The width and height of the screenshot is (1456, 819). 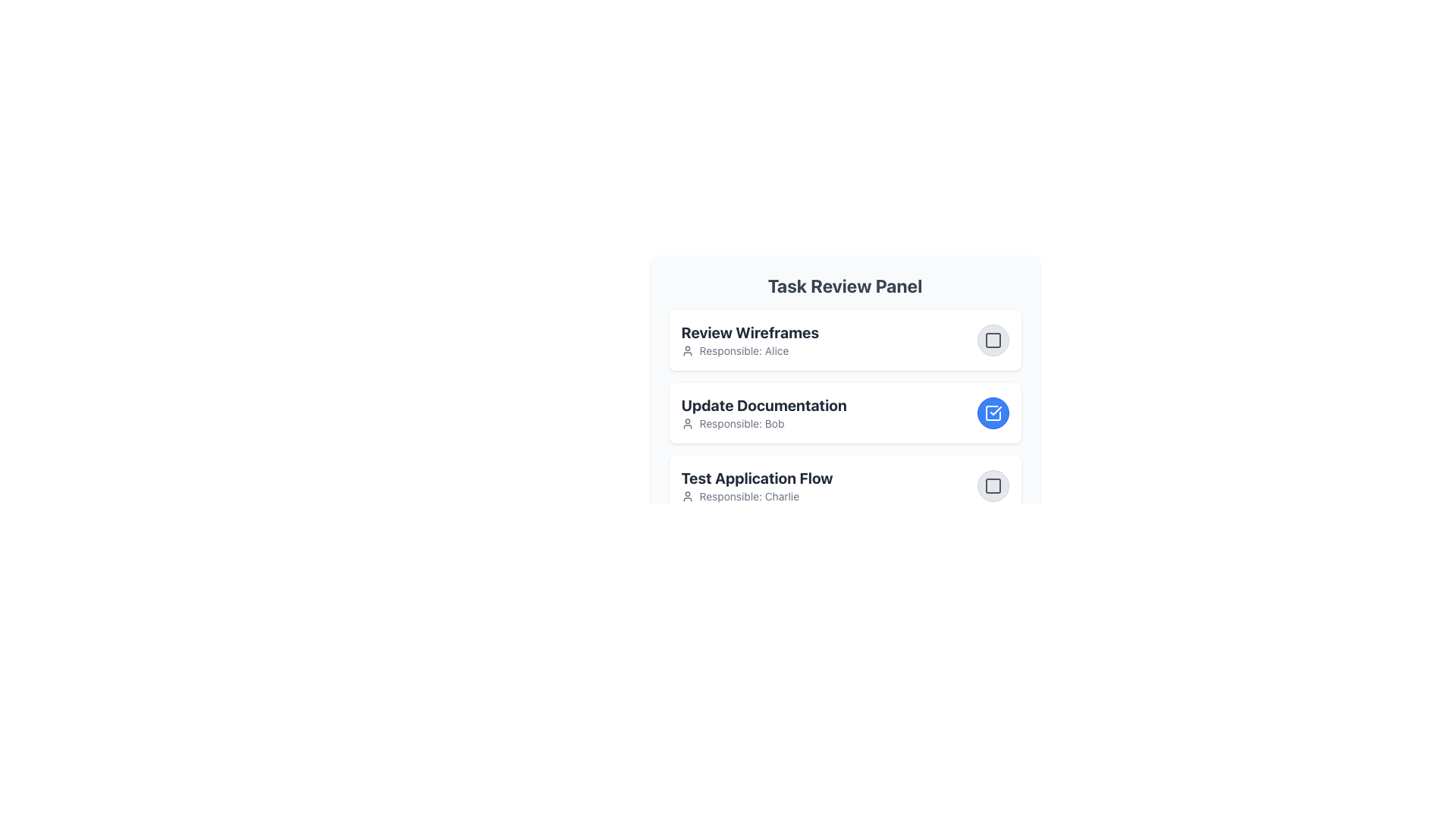 What do you see at coordinates (757, 485) in the screenshot?
I see `the task entry list item that indicates the title of the task and the person responsible for it, located in the 'Task Review Panel' interface as the third item below 'Update Documentation'` at bounding box center [757, 485].